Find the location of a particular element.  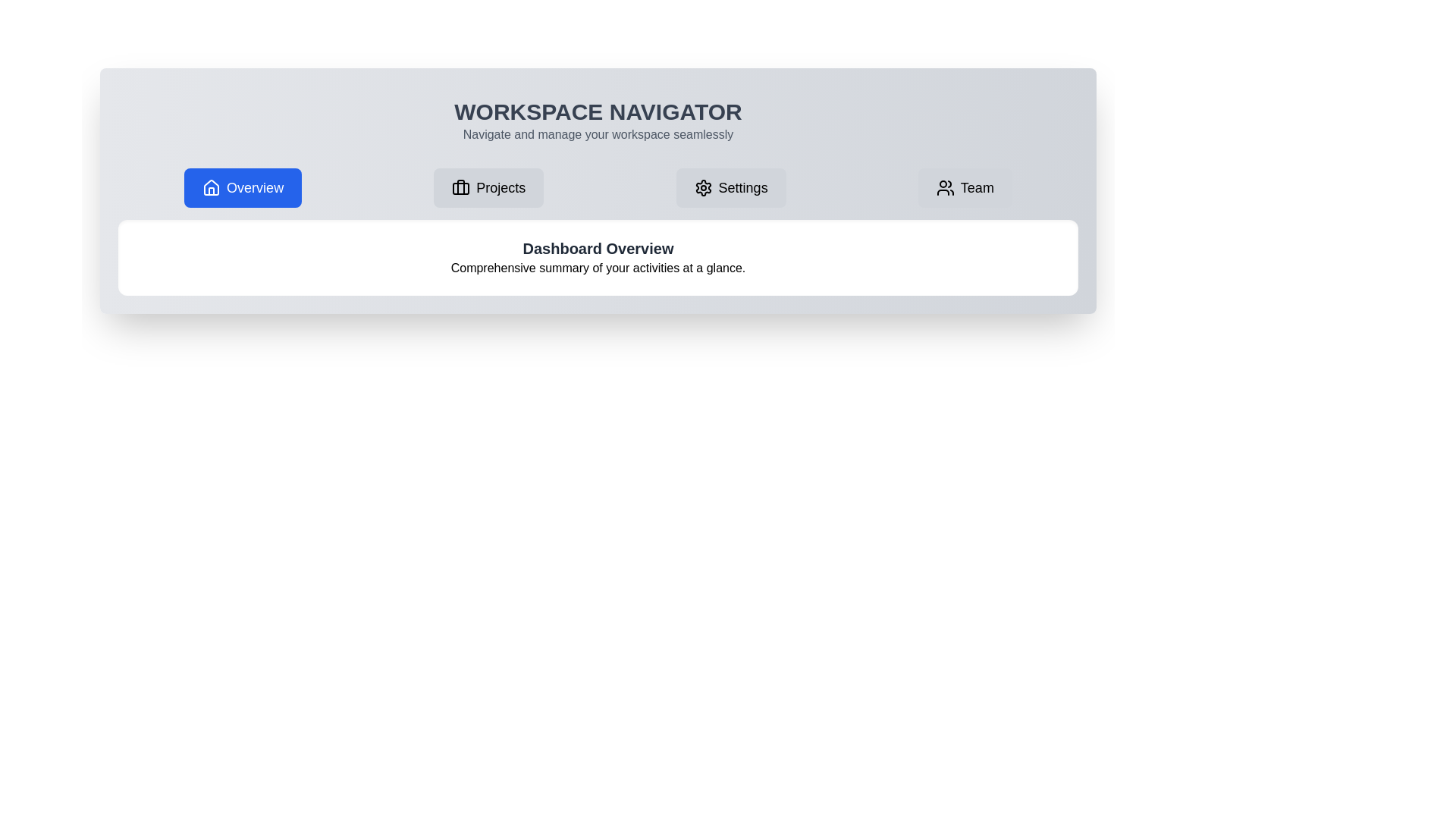

the icon representing two users, which is the leftmost graphical icon inside the 'Team' navigation button located in the top-right corner of the interface's top navigation bar is located at coordinates (944, 187).